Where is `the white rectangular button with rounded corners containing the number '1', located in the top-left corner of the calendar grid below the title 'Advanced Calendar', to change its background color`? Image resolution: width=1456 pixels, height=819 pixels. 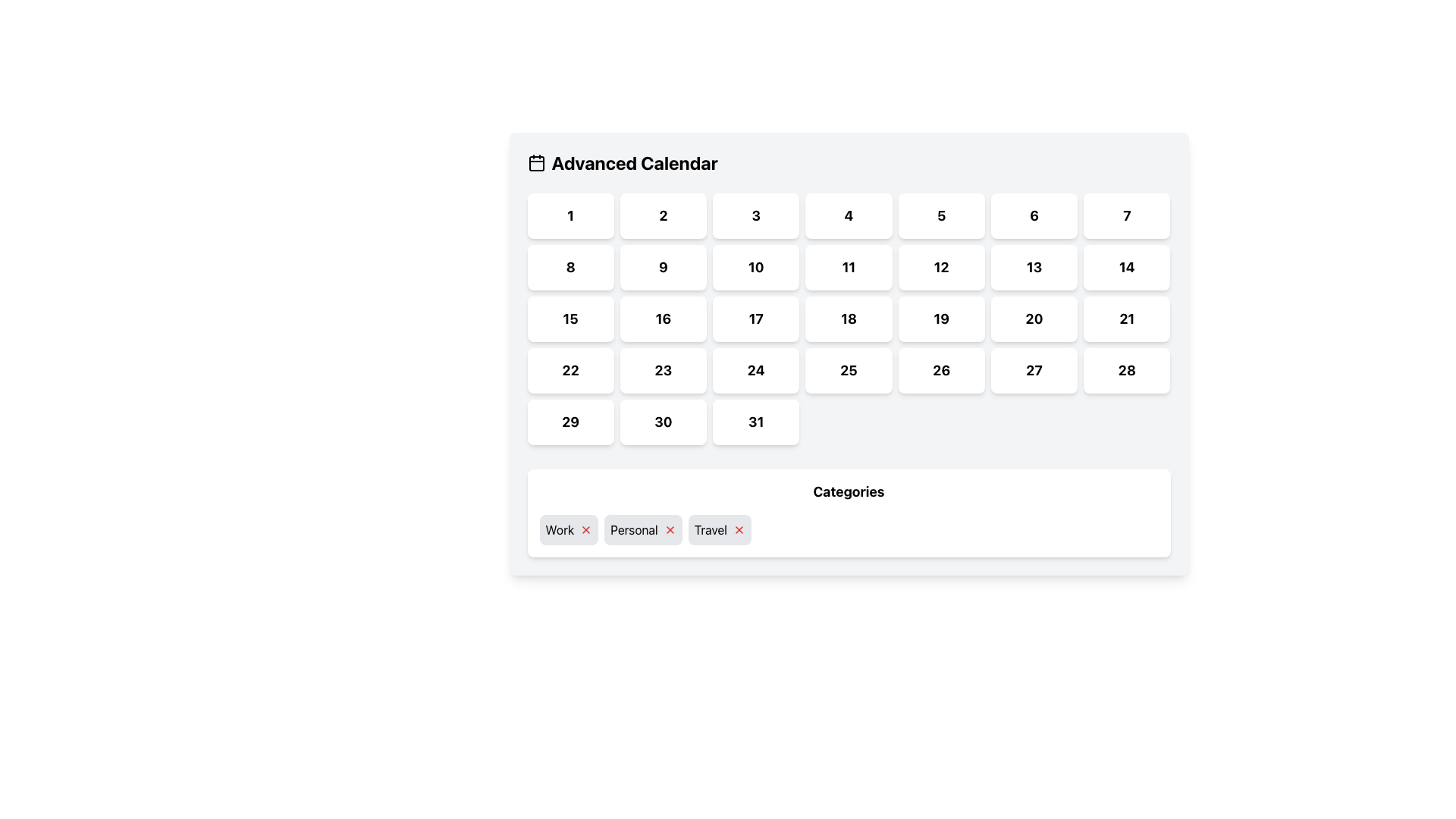
the white rectangular button with rounded corners containing the number '1', located in the top-left corner of the calendar grid below the title 'Advanced Calendar', to change its background color is located at coordinates (570, 216).